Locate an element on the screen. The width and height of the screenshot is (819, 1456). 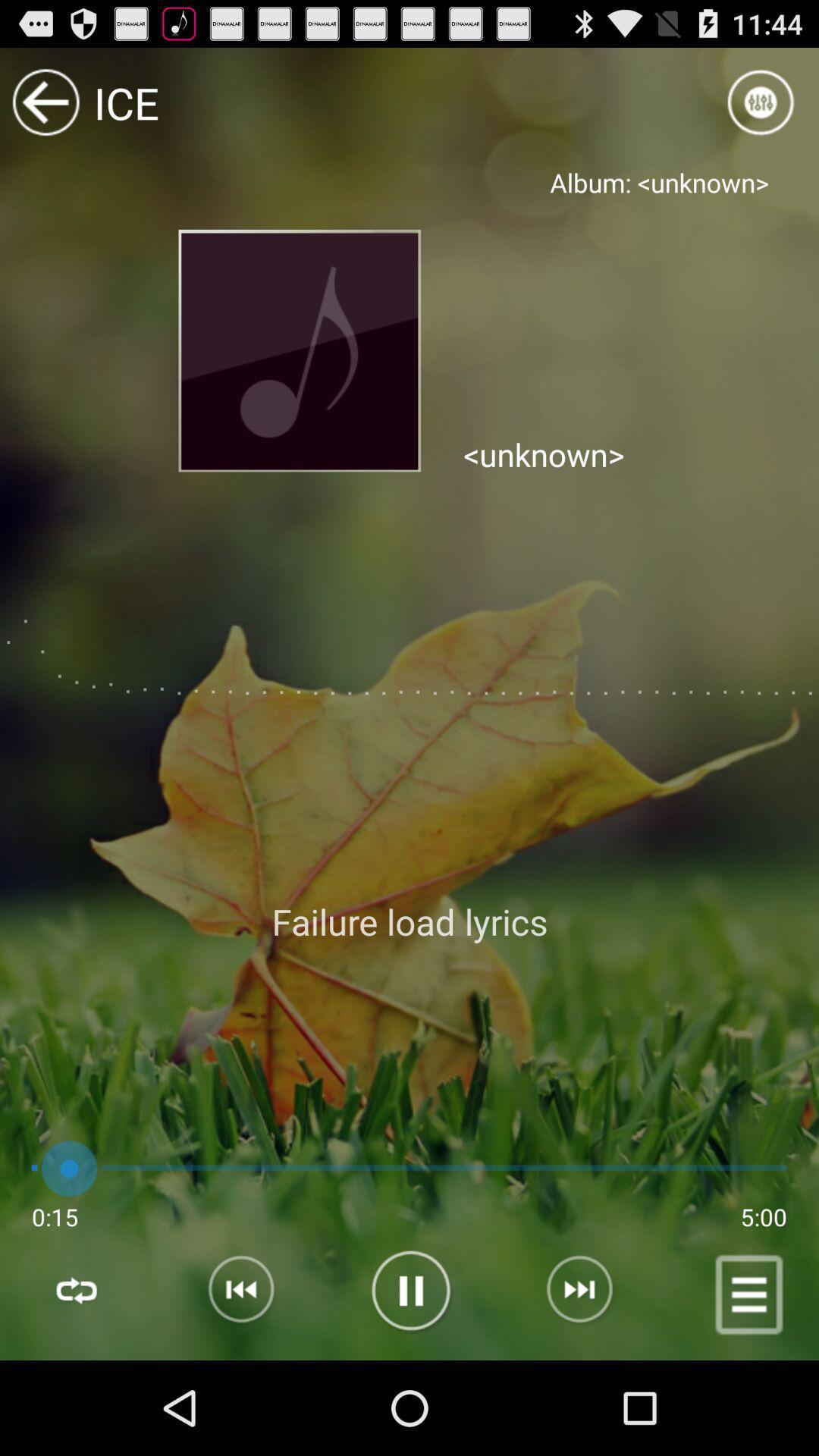
the arrow_backward icon is located at coordinates (45, 108).